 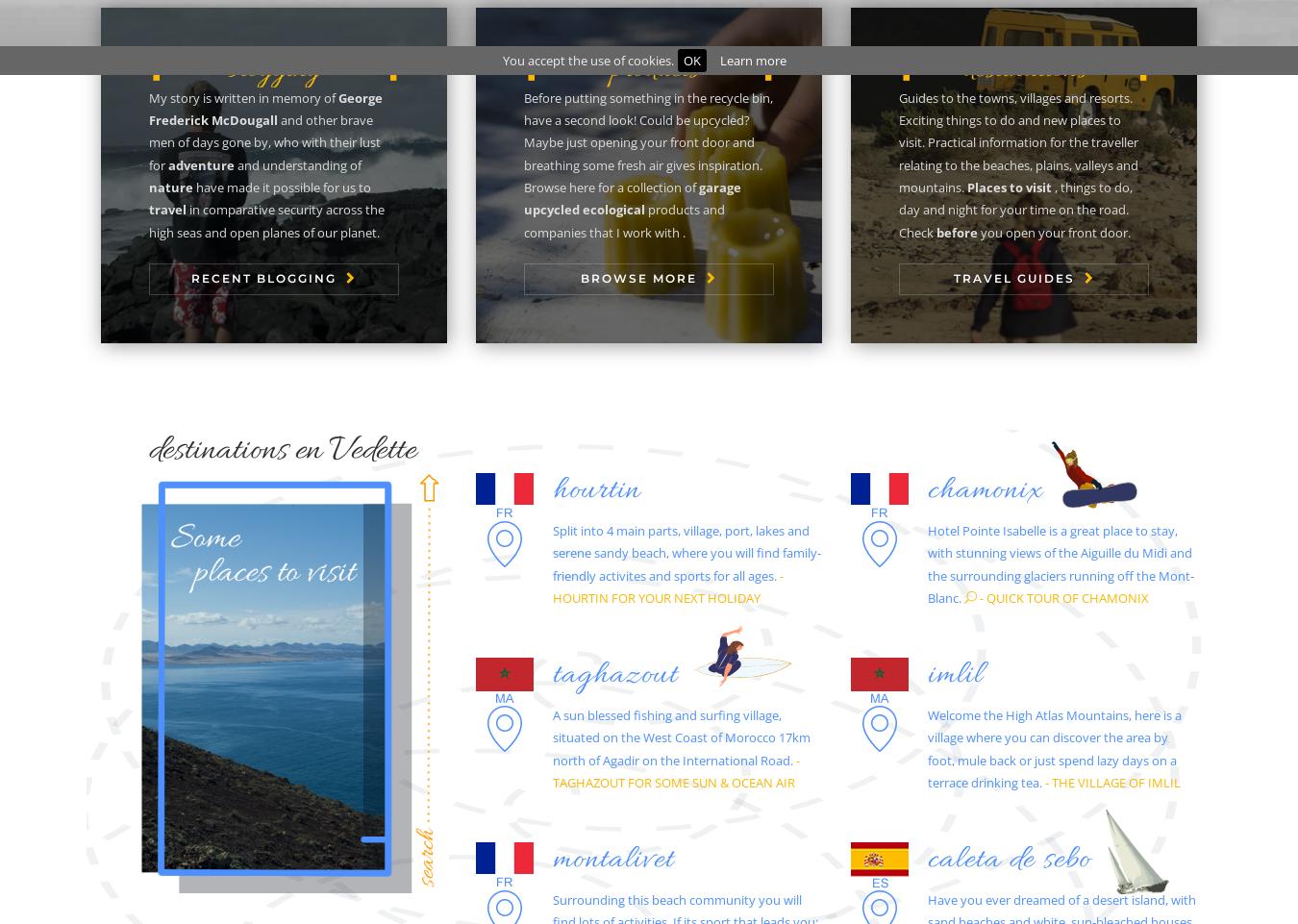 I want to click on 'Split into 4 main parts, village, port, lakes and serene sandy beach, where you will find family-friendly activites and sports for all ages.', so click(x=686, y=551).